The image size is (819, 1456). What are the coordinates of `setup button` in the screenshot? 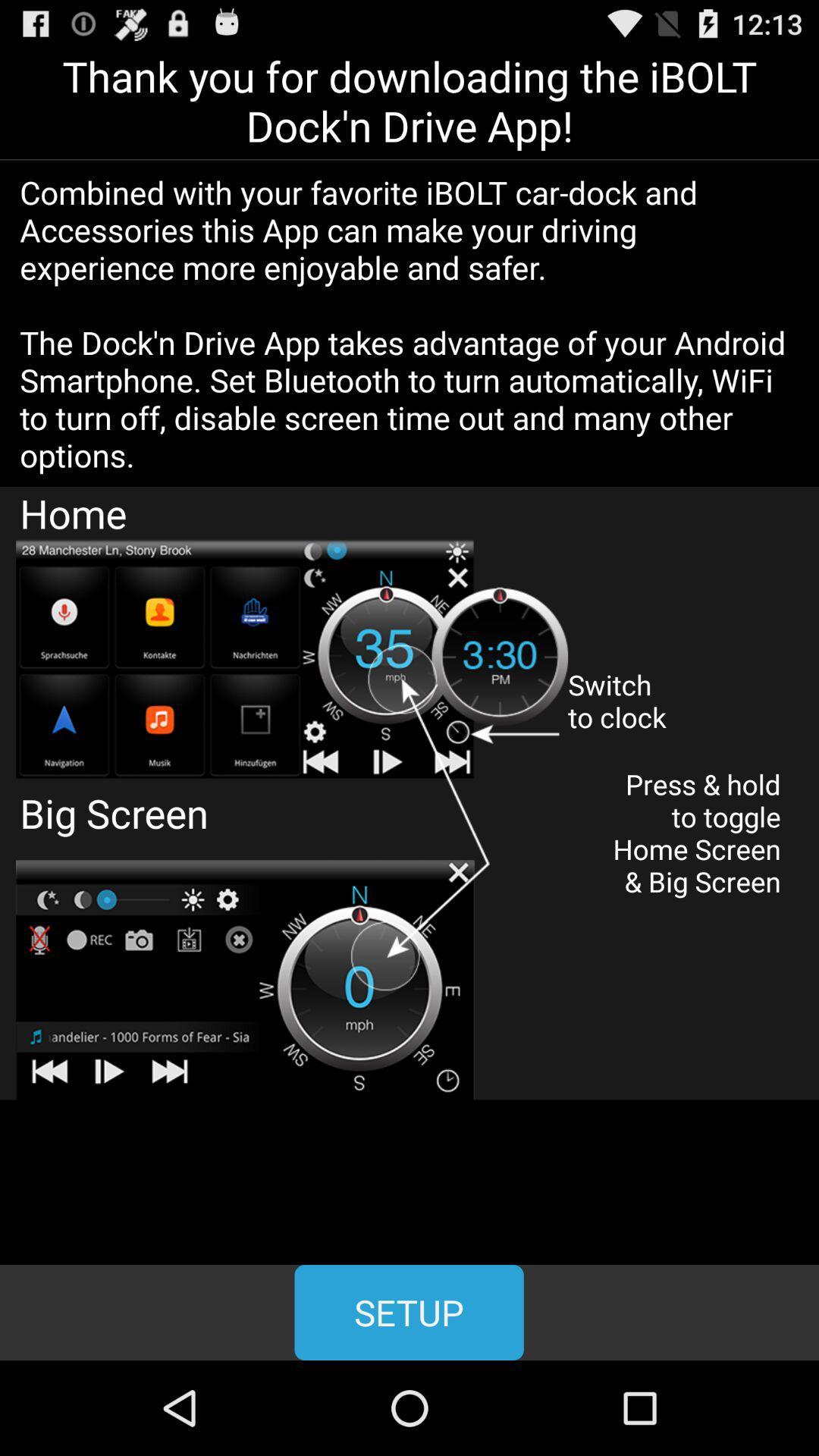 It's located at (408, 1312).